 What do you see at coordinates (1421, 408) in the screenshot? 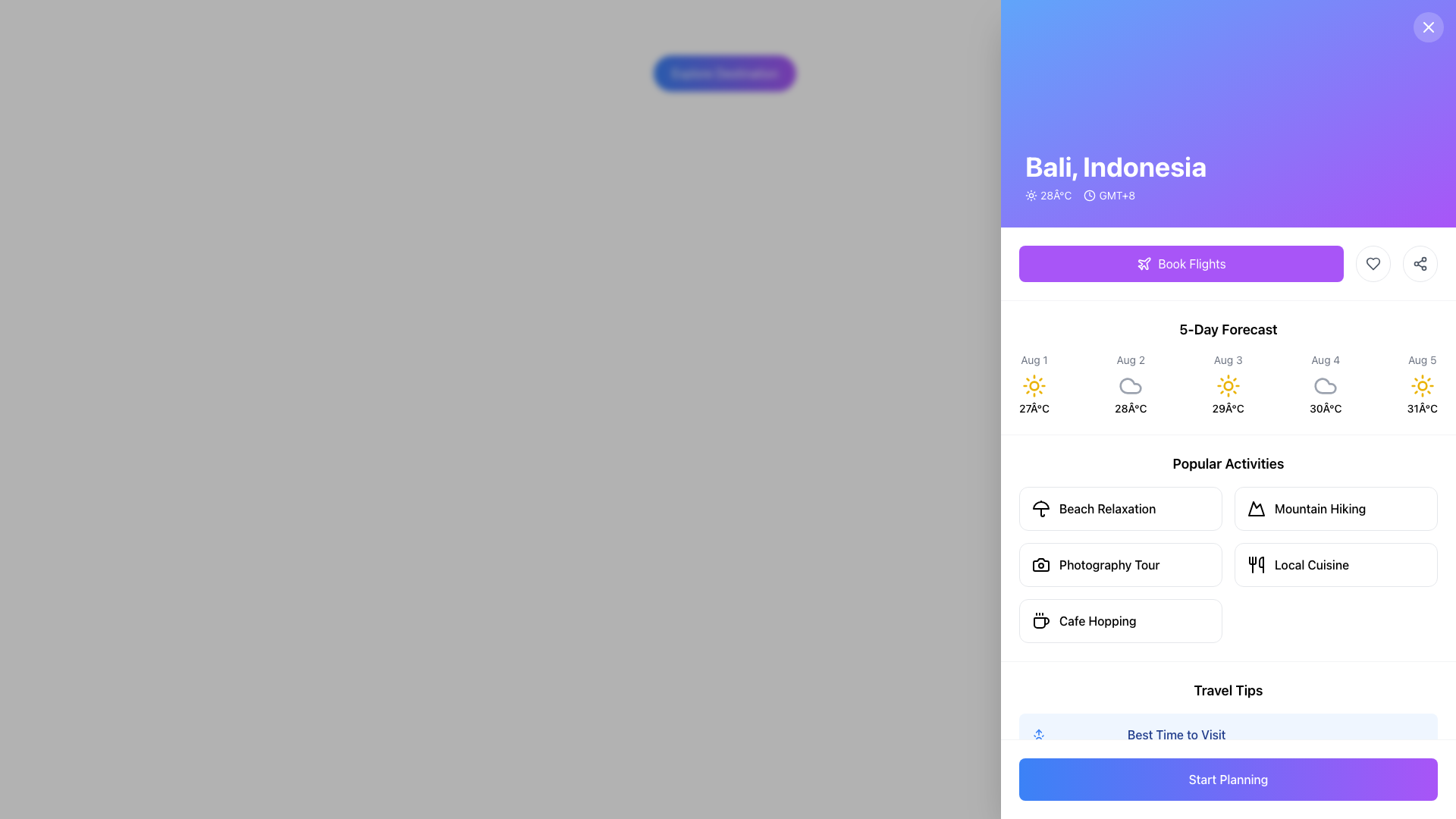
I see `the static text displaying '31°C' in the '5-Day Forecast' section under 'Aug 5', located on the far right of the horizontal list` at bounding box center [1421, 408].